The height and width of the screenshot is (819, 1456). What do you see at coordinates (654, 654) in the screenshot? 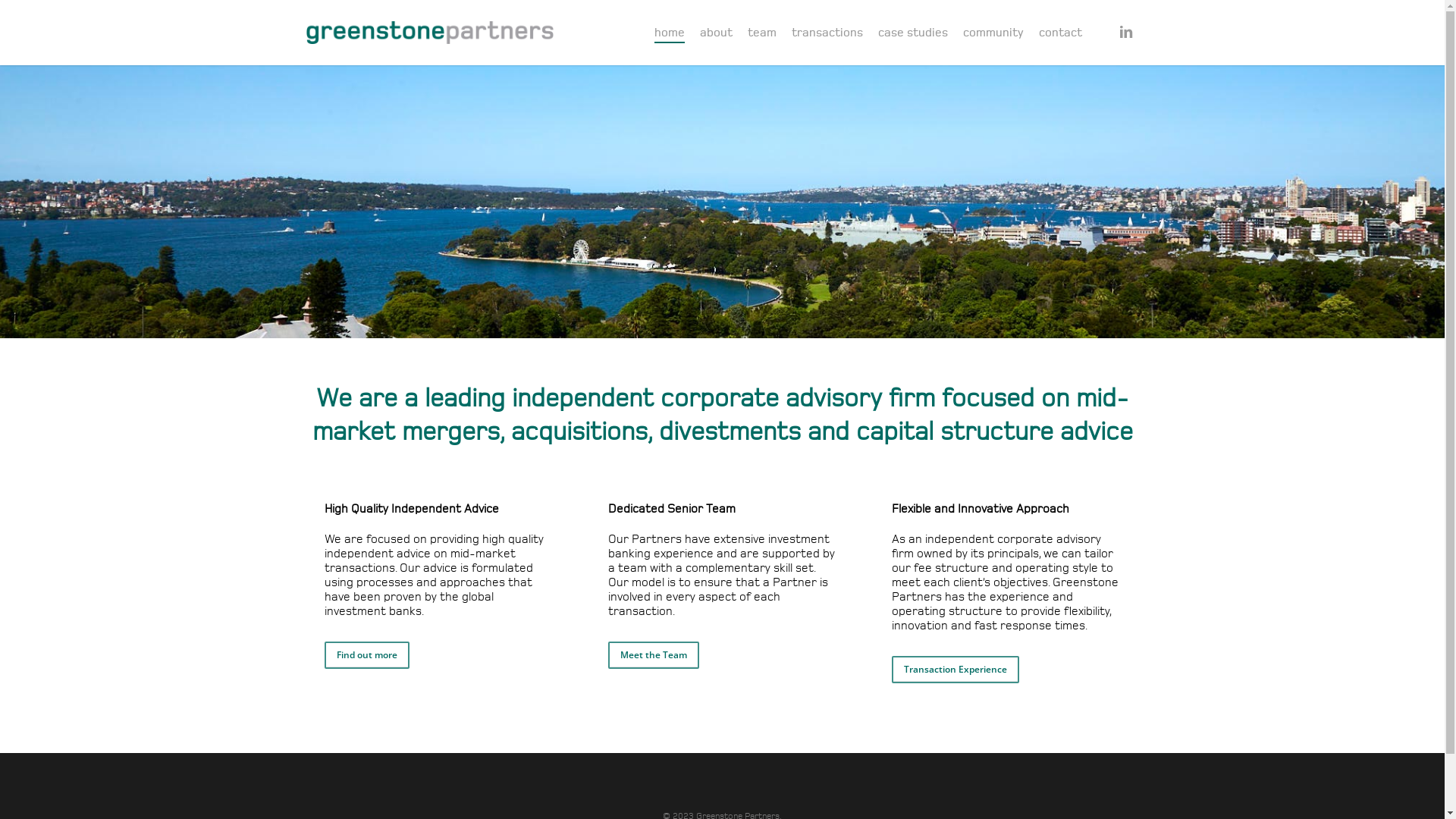
I see `'Meet the Team'` at bounding box center [654, 654].